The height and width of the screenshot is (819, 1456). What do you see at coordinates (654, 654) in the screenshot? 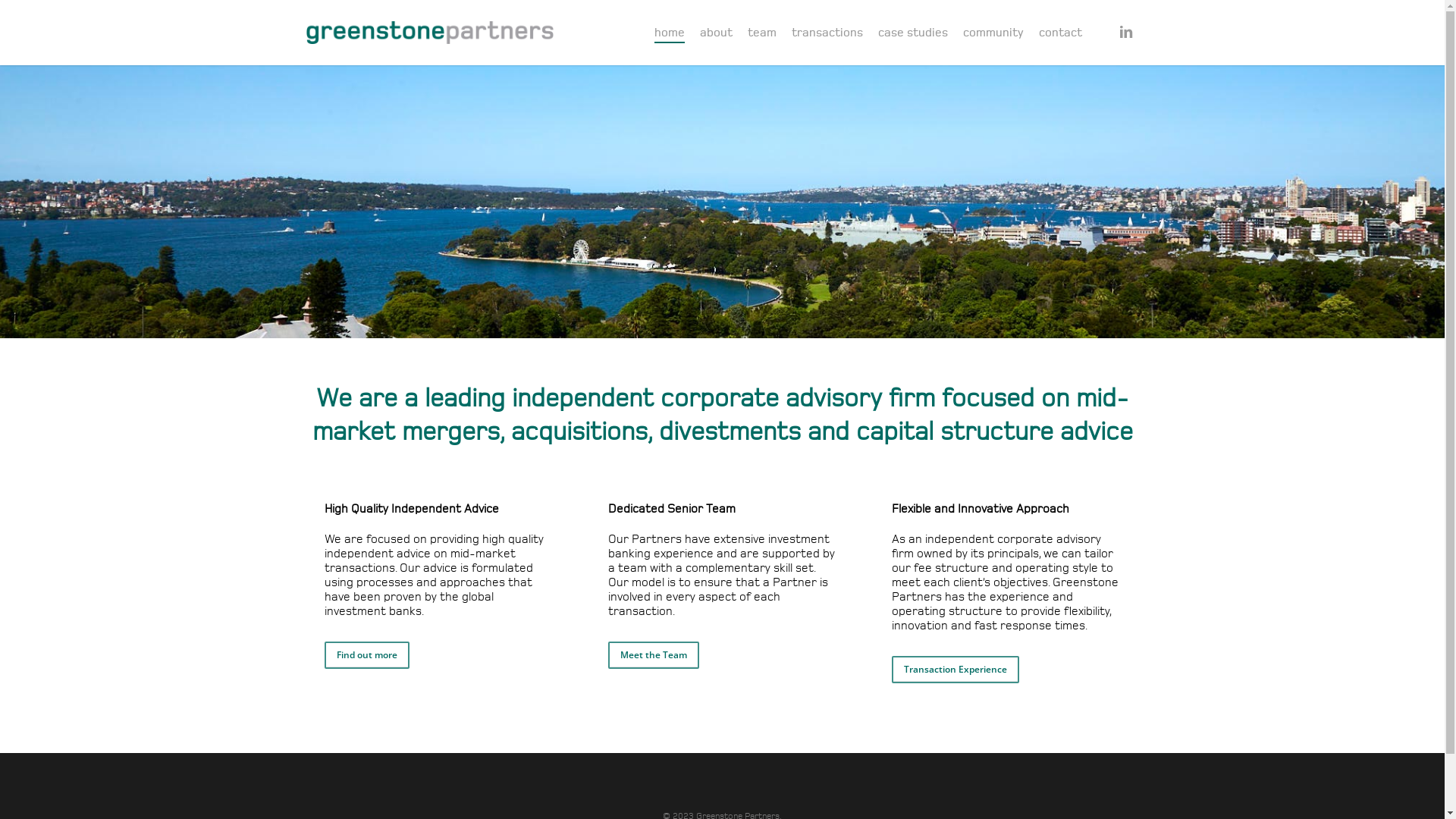
I see `'Meet the Team'` at bounding box center [654, 654].